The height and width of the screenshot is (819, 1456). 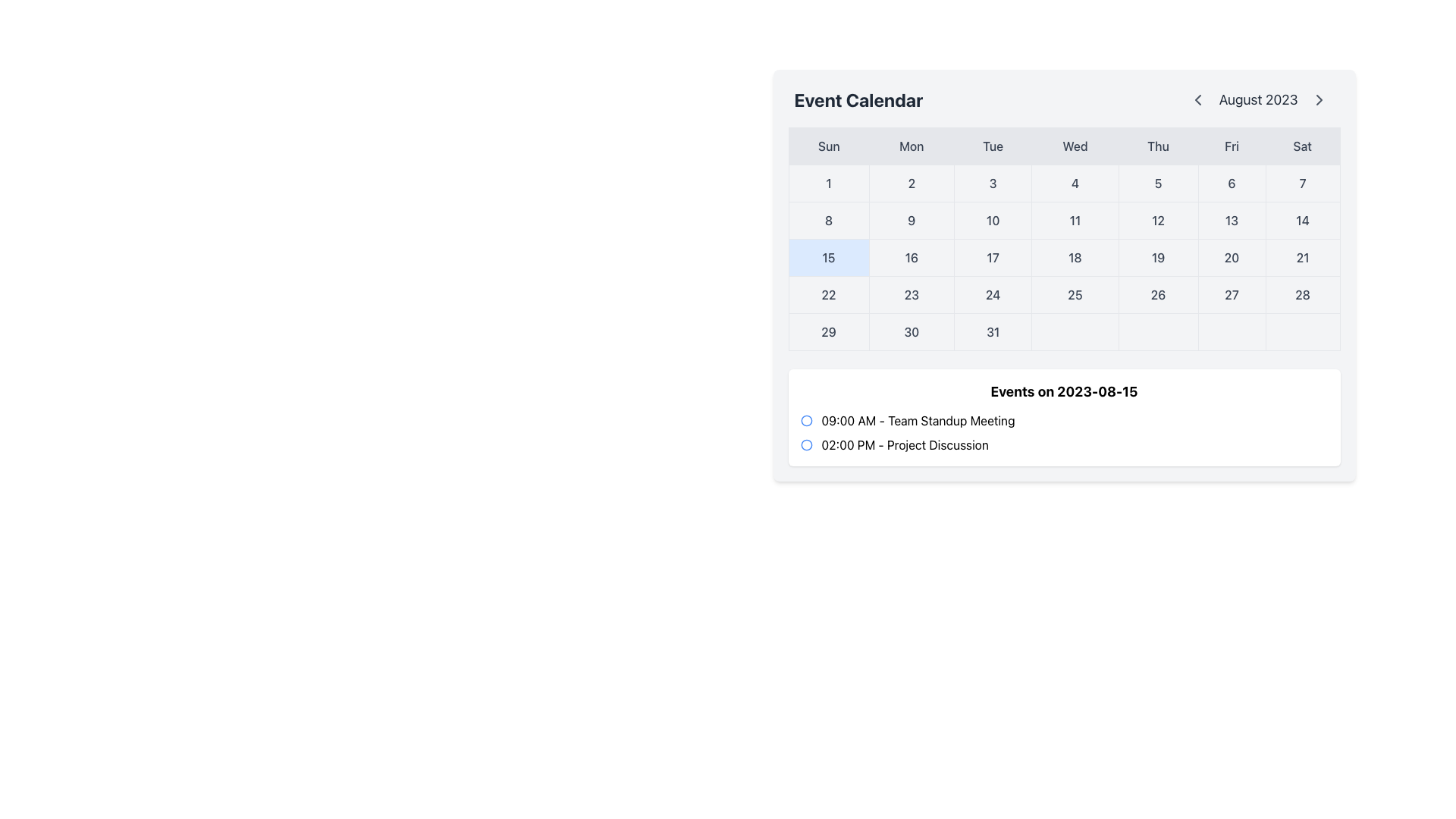 I want to click on event title and time displayed in the first entry under 'Events on 2023-08-15', which is centrally located in the content box beneath the calendar section, so click(x=1063, y=421).